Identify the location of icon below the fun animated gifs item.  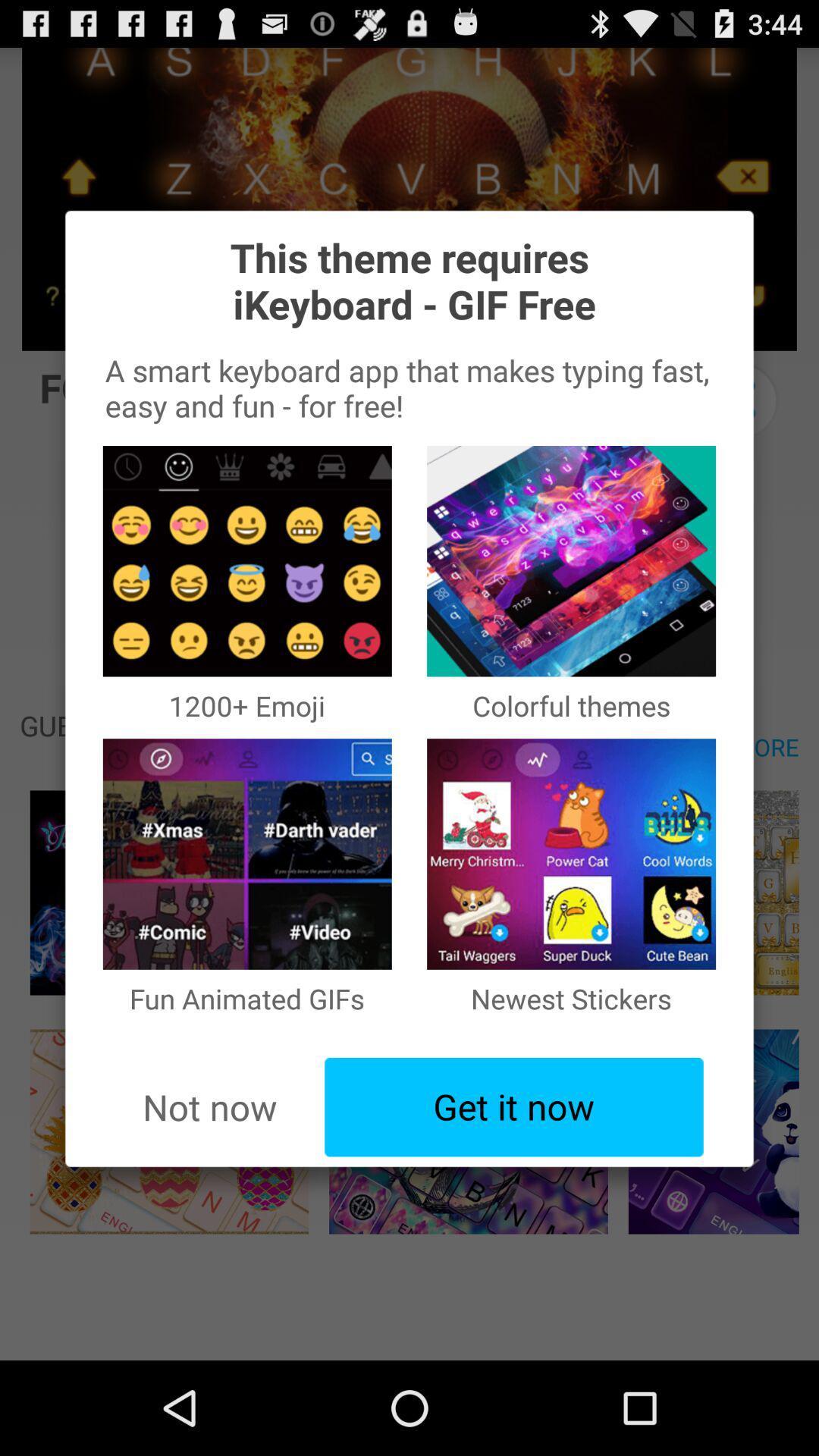
(513, 1107).